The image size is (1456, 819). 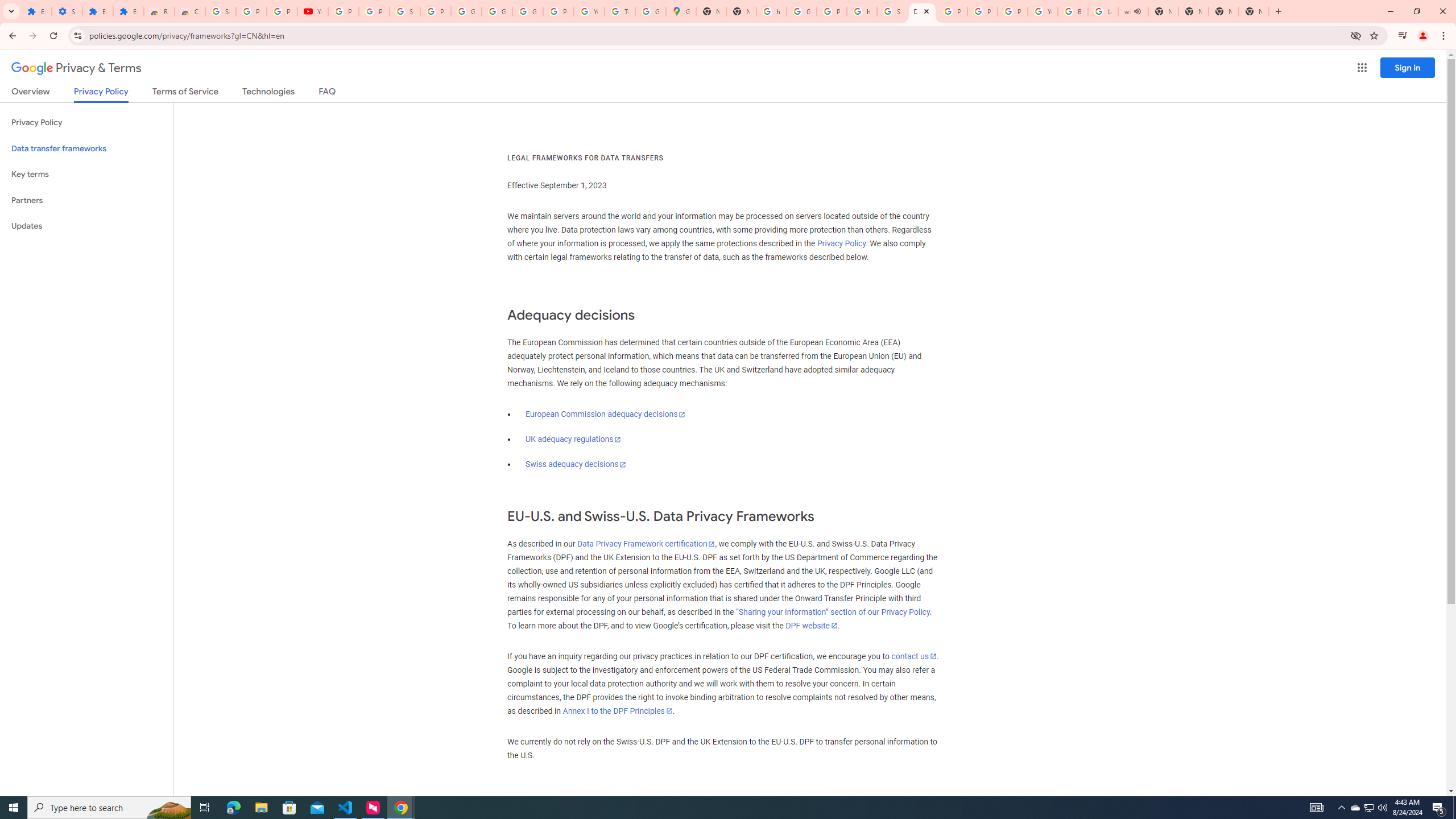 What do you see at coordinates (771, 11) in the screenshot?
I see `'https://scholar.google.com/'` at bounding box center [771, 11].